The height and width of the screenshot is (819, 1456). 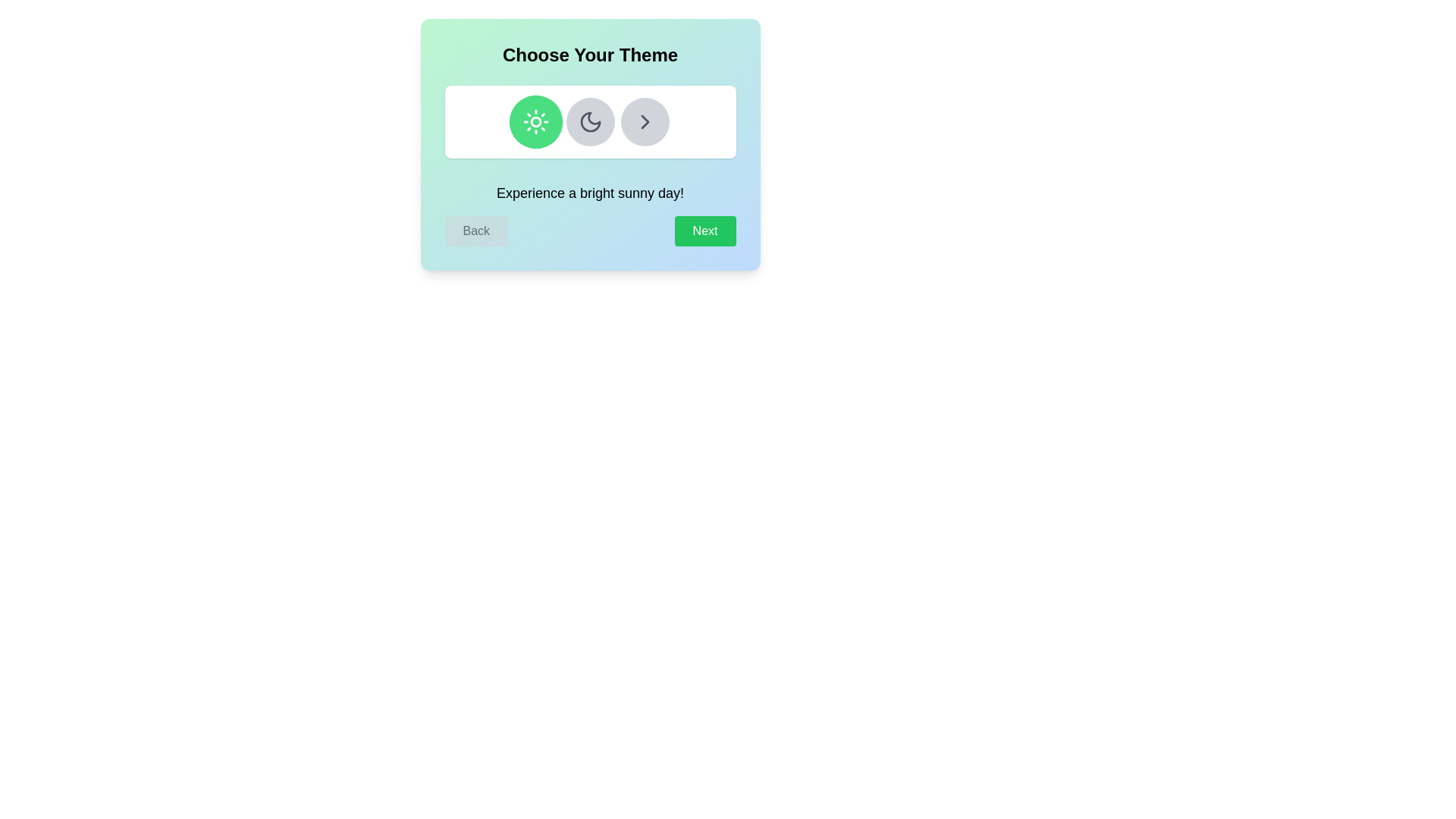 What do you see at coordinates (704, 231) in the screenshot?
I see `the 'Next' button to change the theme` at bounding box center [704, 231].